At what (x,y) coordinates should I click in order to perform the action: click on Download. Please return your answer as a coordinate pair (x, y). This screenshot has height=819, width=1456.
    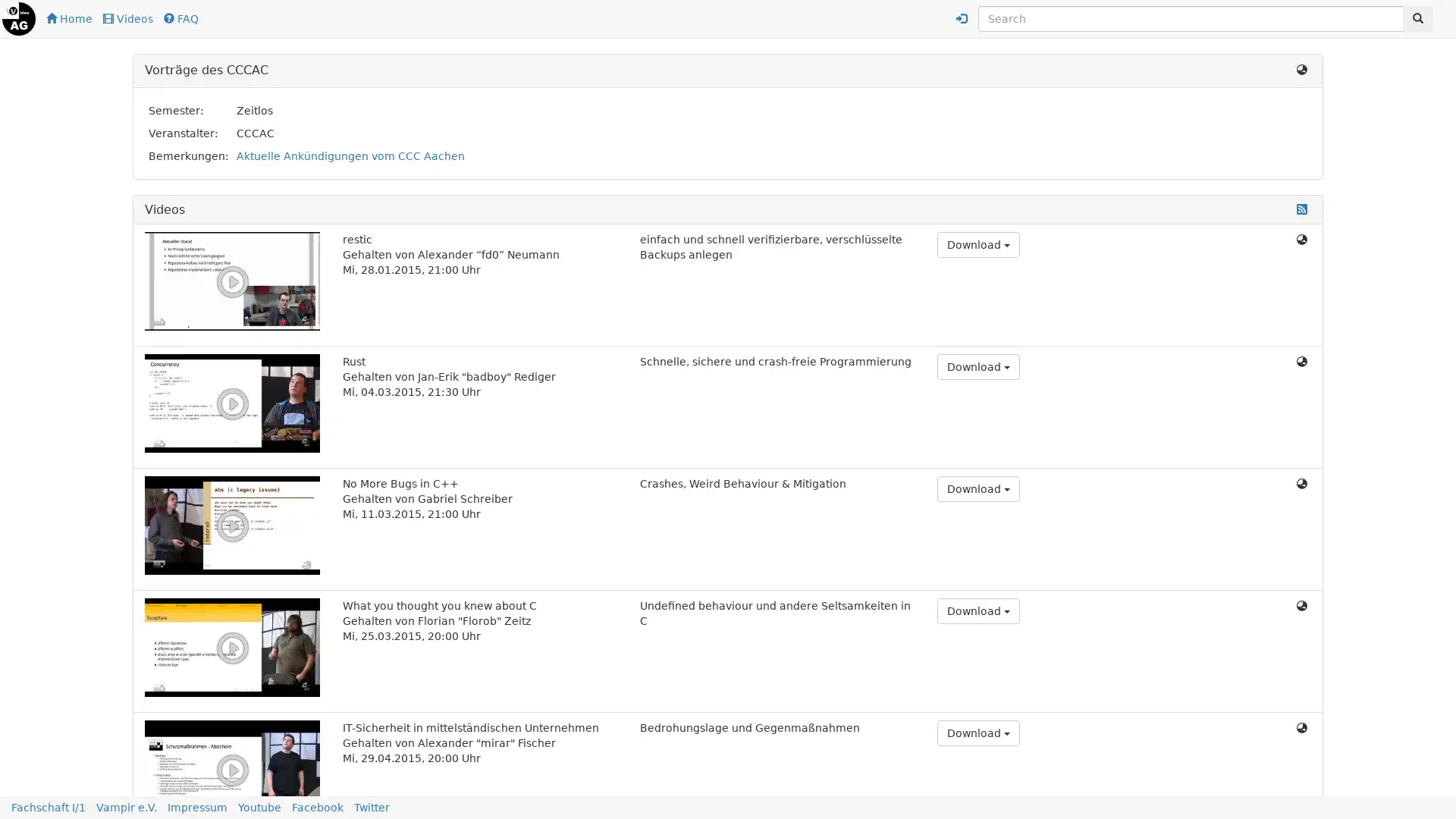
    Looking at the image, I should click on (978, 366).